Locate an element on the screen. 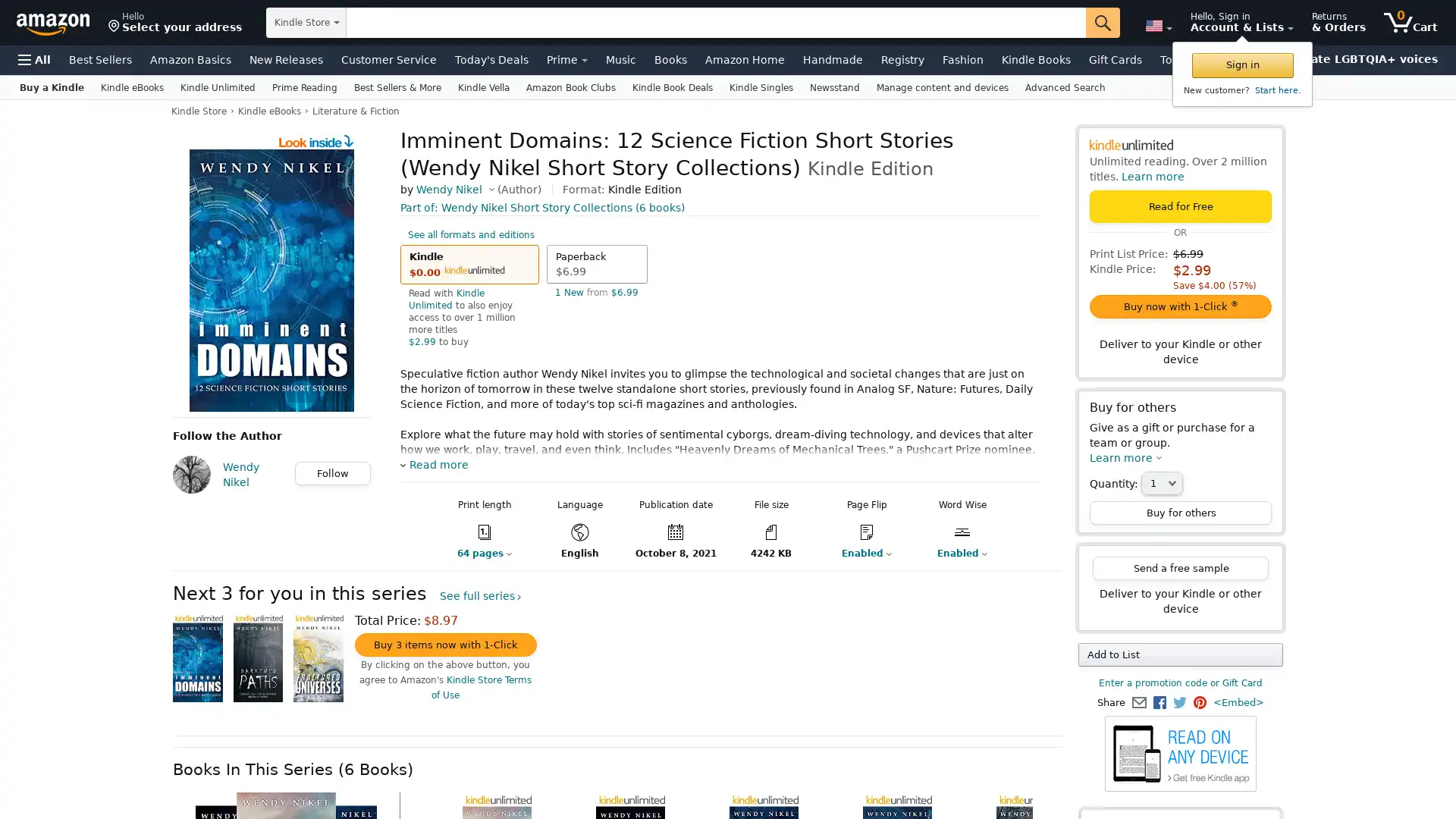  Buy now with 1-Click is located at coordinates (1179, 306).